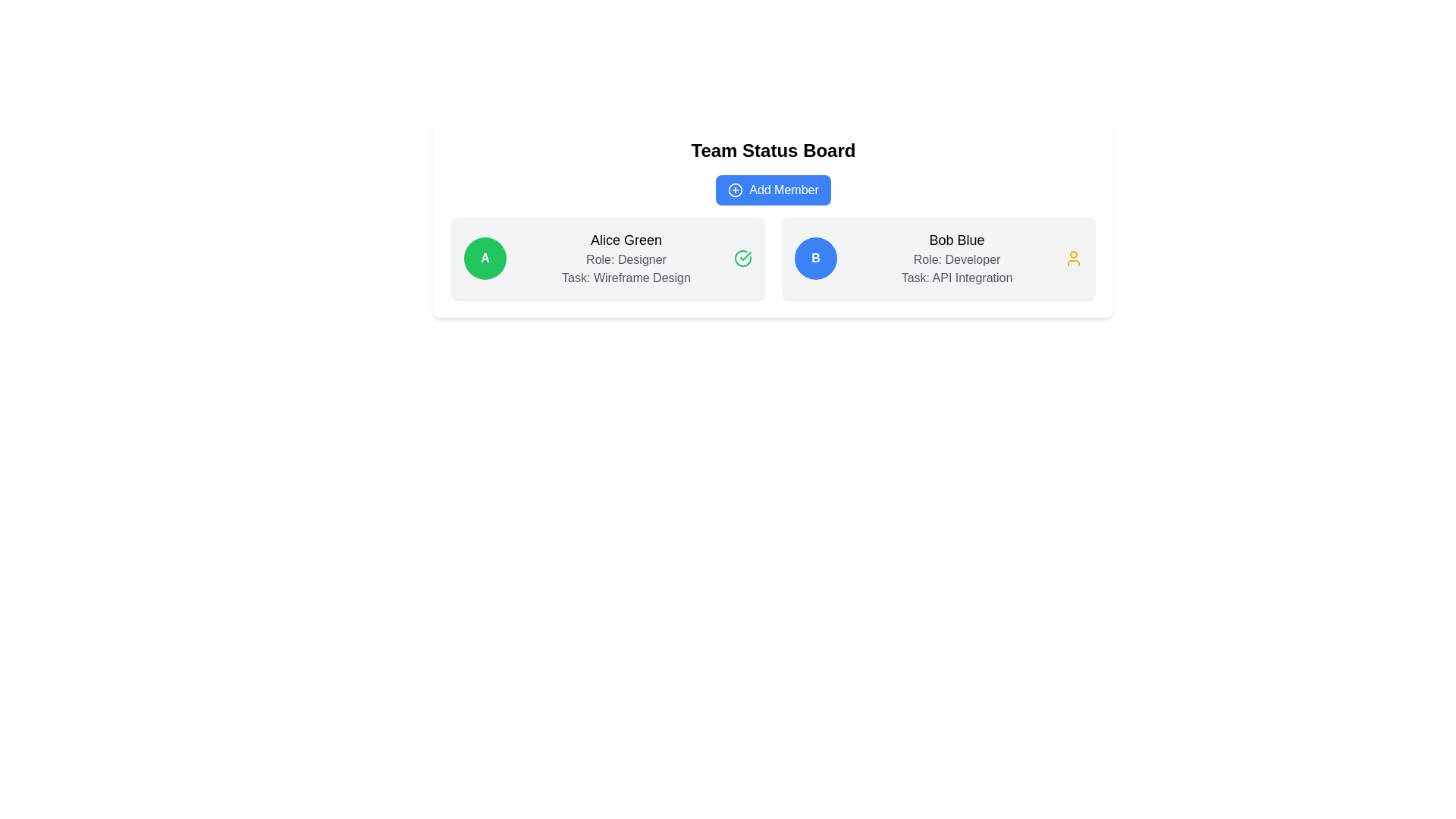 The image size is (1456, 819). Describe the element at coordinates (1073, 257) in the screenshot. I see `the yellow user avatar icon located in the upper right corner of Bob Blue's card` at that location.